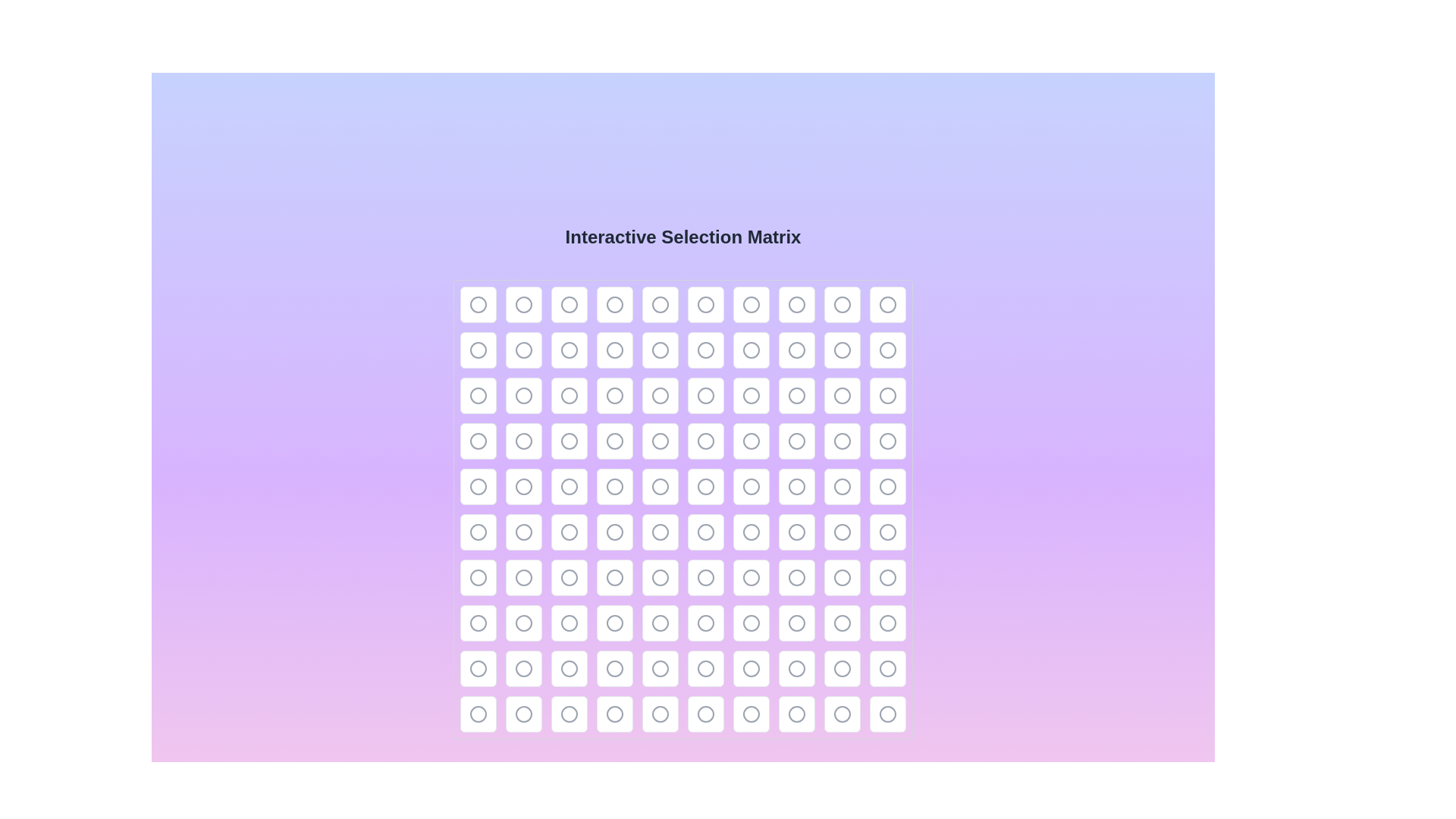 This screenshot has height=819, width=1456. Describe the element at coordinates (682, 237) in the screenshot. I see `the title text of the matrix to focus on it` at that location.